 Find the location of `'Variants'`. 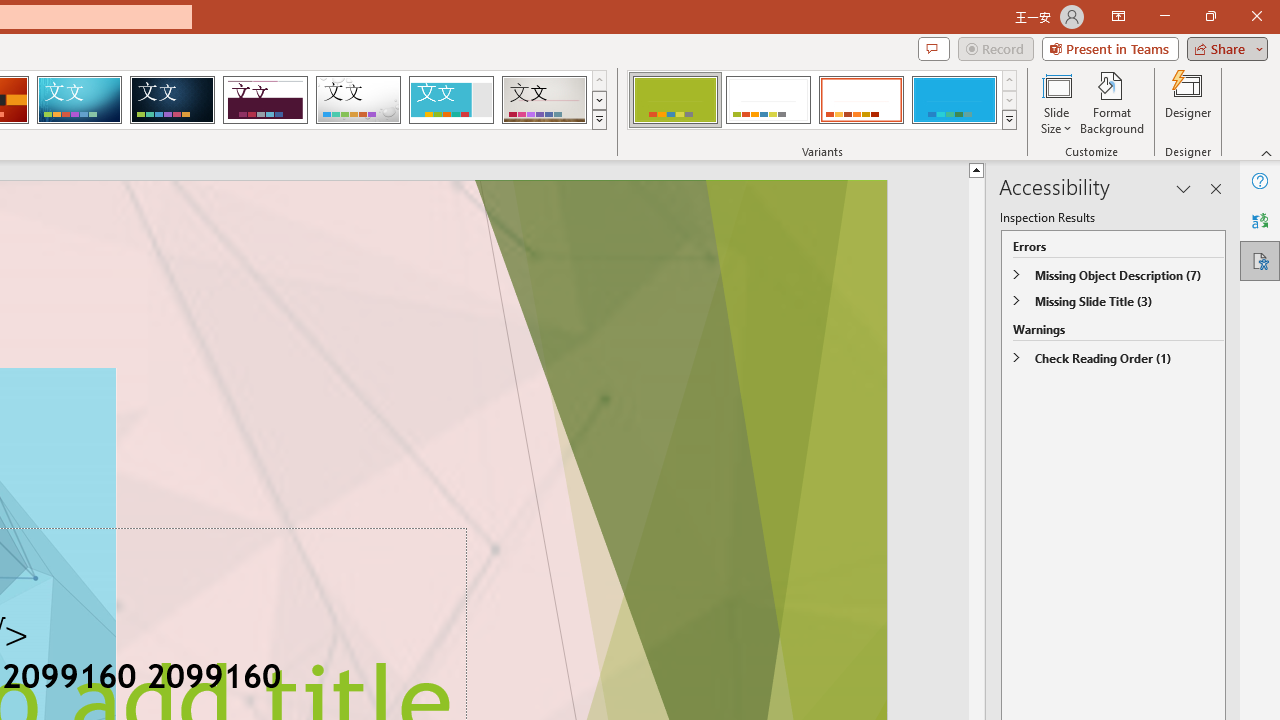

'Variants' is located at coordinates (1009, 120).